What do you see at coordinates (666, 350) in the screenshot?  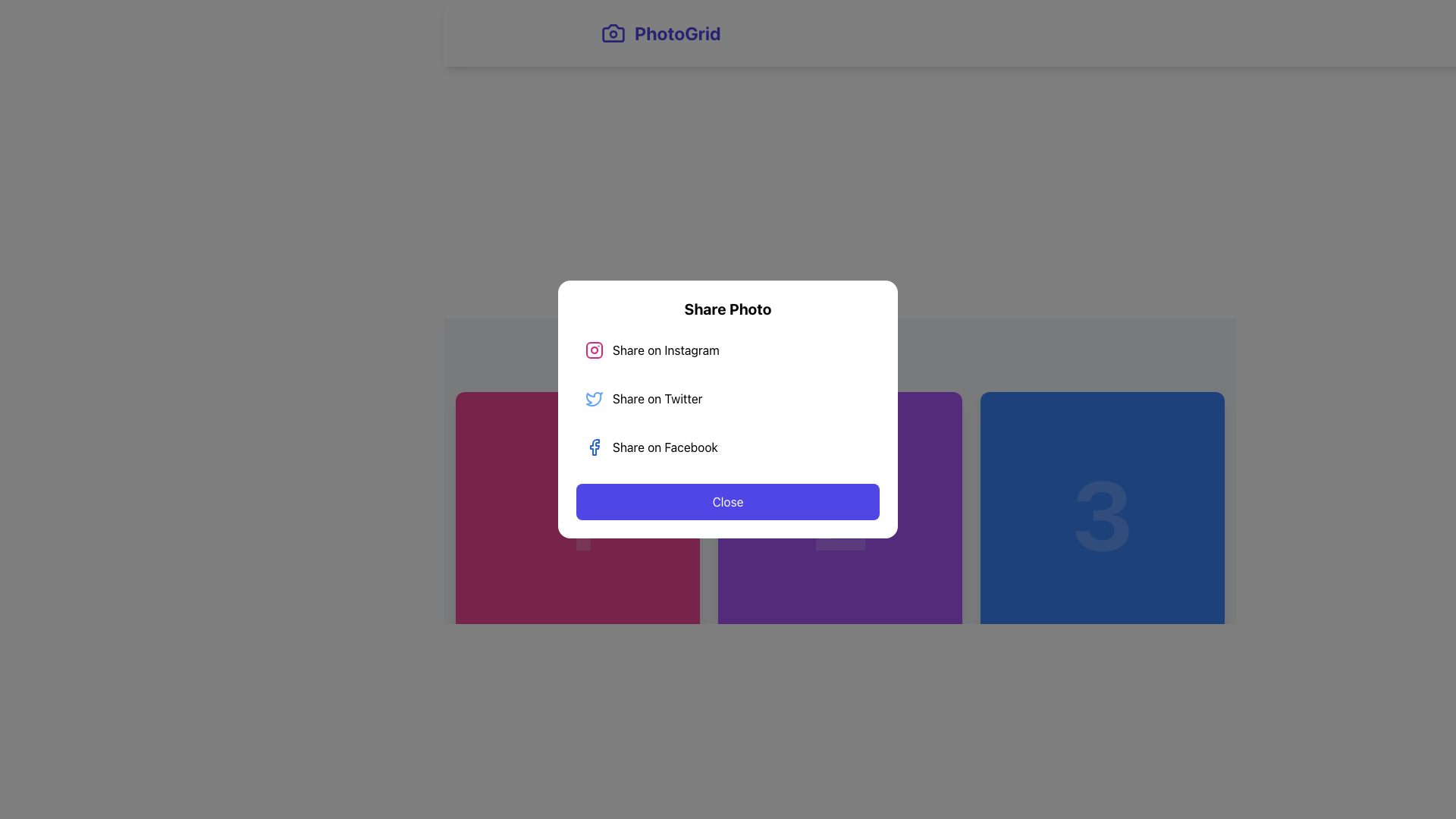 I see `the 'Share on Instagram' text button` at bounding box center [666, 350].